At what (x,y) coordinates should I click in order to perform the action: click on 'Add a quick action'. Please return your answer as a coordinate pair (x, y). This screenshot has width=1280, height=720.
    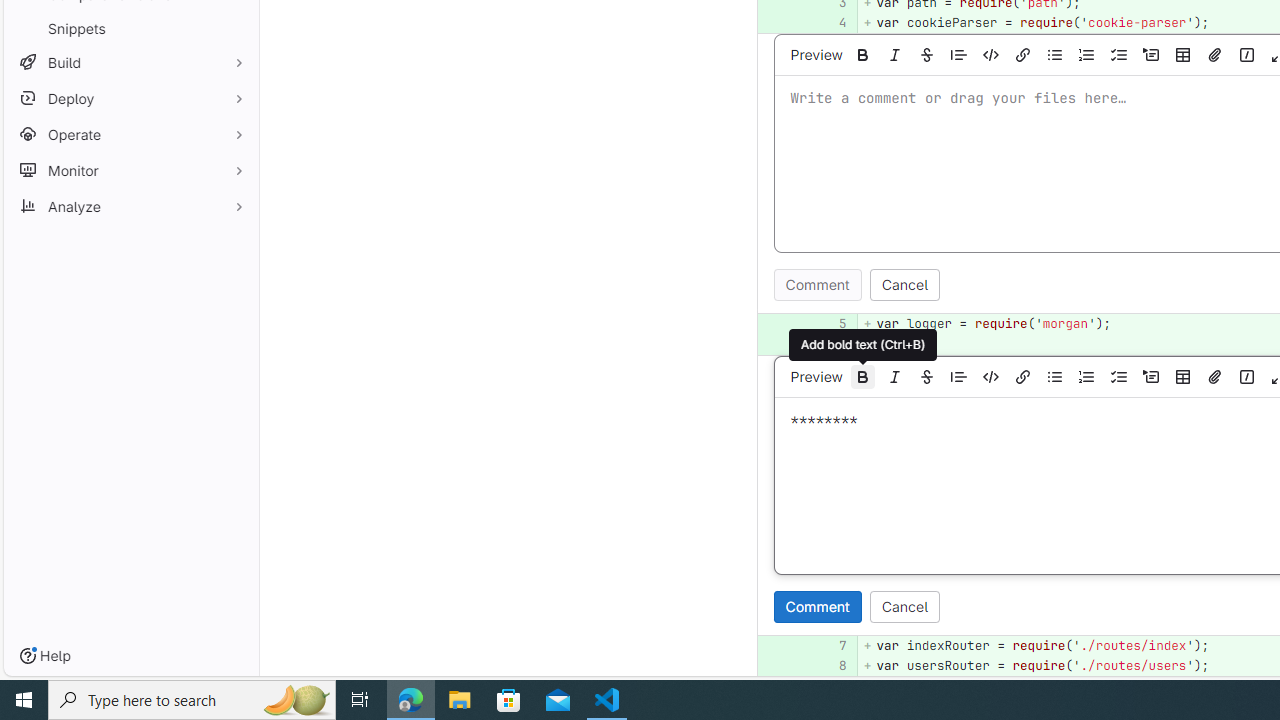
    Looking at the image, I should click on (1246, 376).